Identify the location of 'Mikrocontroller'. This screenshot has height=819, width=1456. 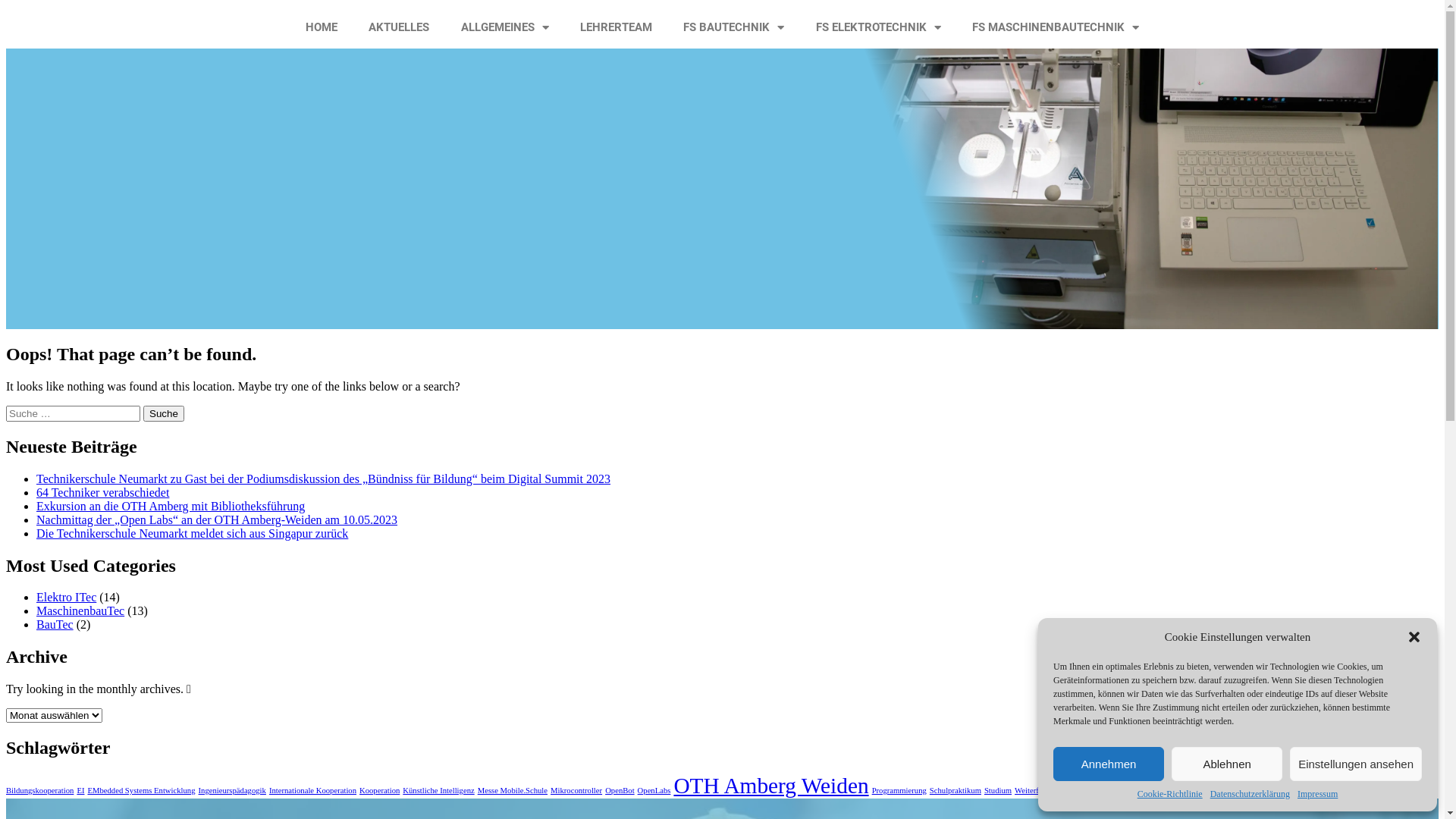
(575, 789).